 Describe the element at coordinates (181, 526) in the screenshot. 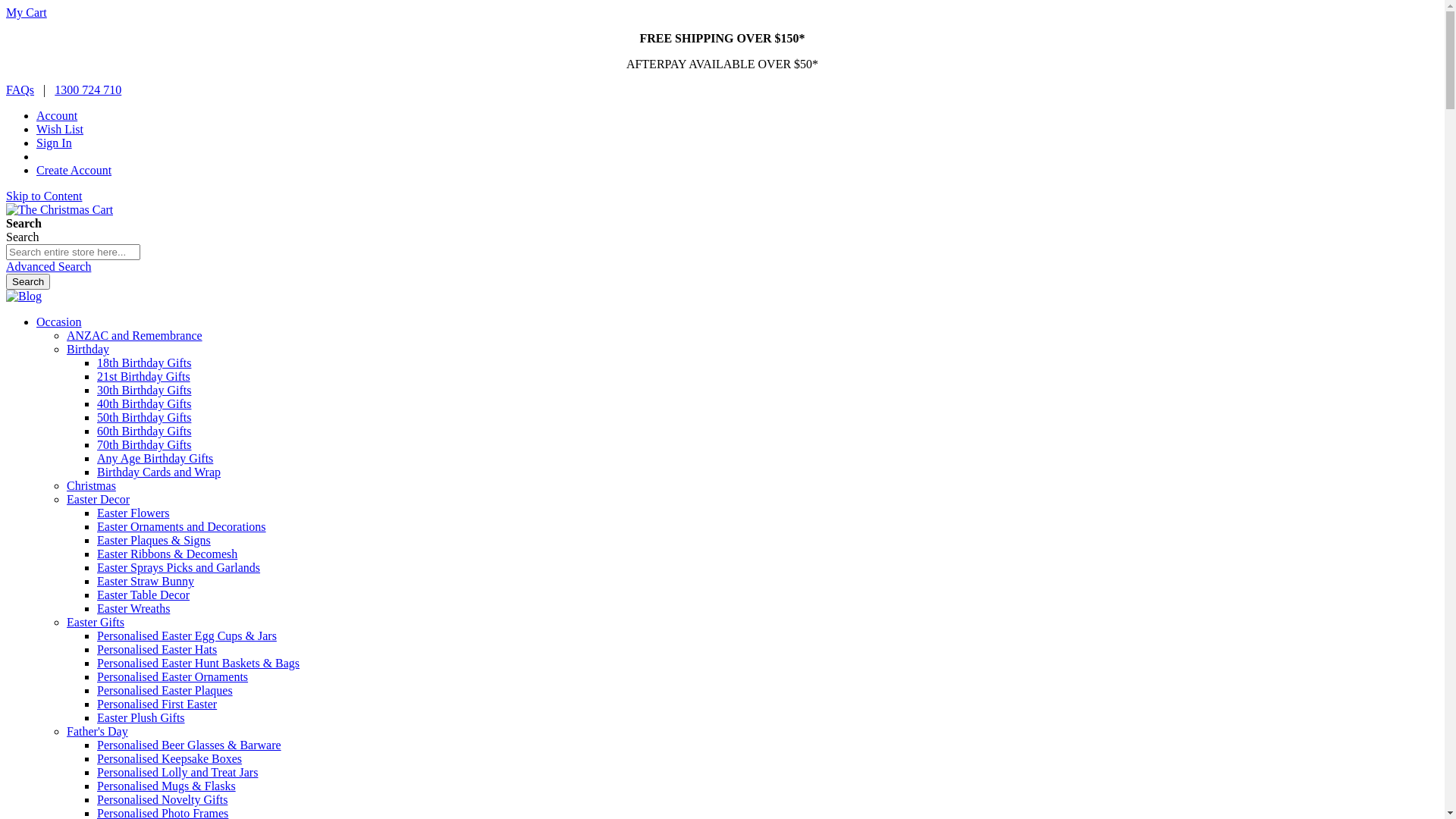

I see `'Easter Ornaments and Decorations'` at that location.